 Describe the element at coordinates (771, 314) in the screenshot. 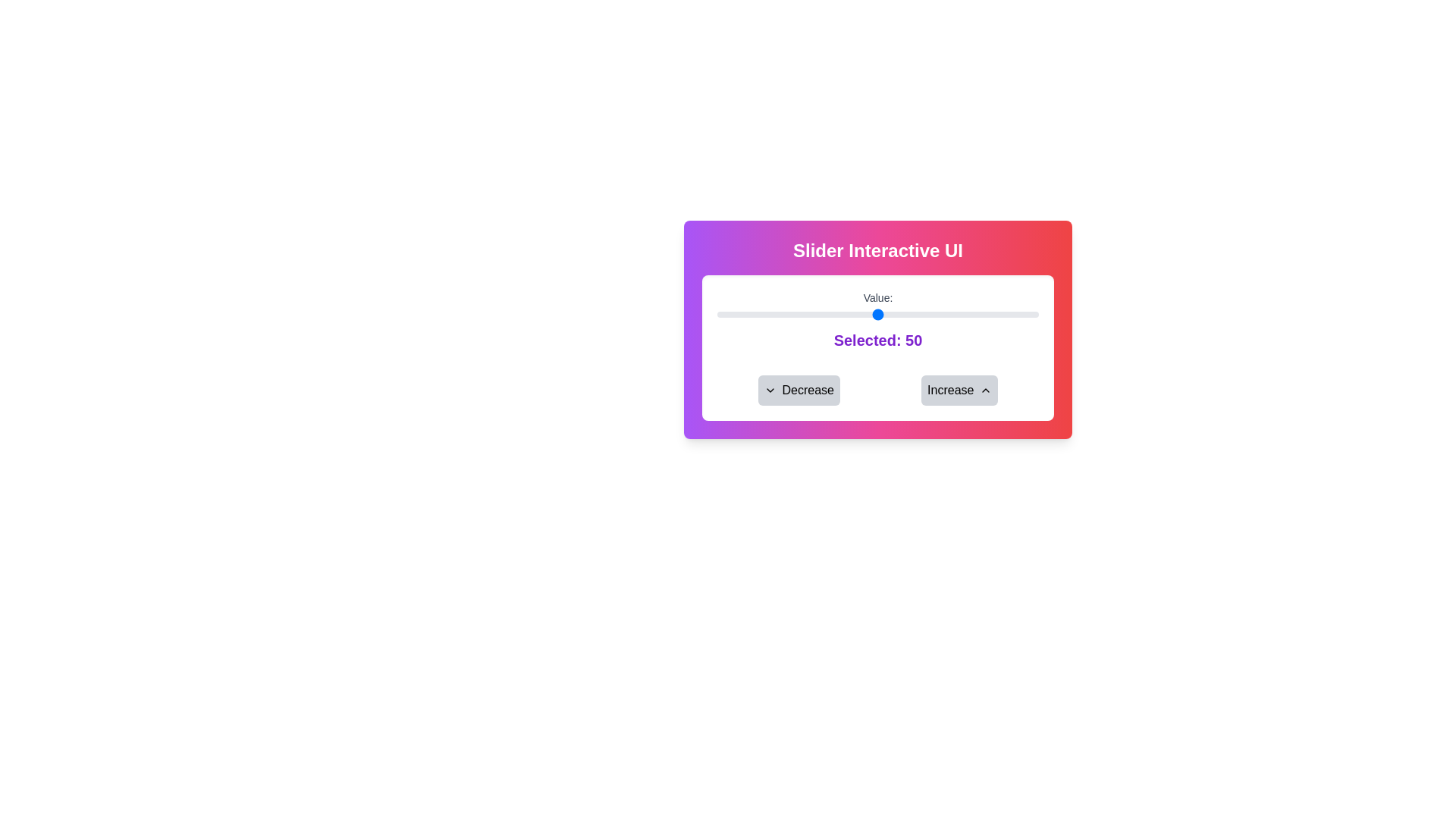

I see `slider value` at that location.